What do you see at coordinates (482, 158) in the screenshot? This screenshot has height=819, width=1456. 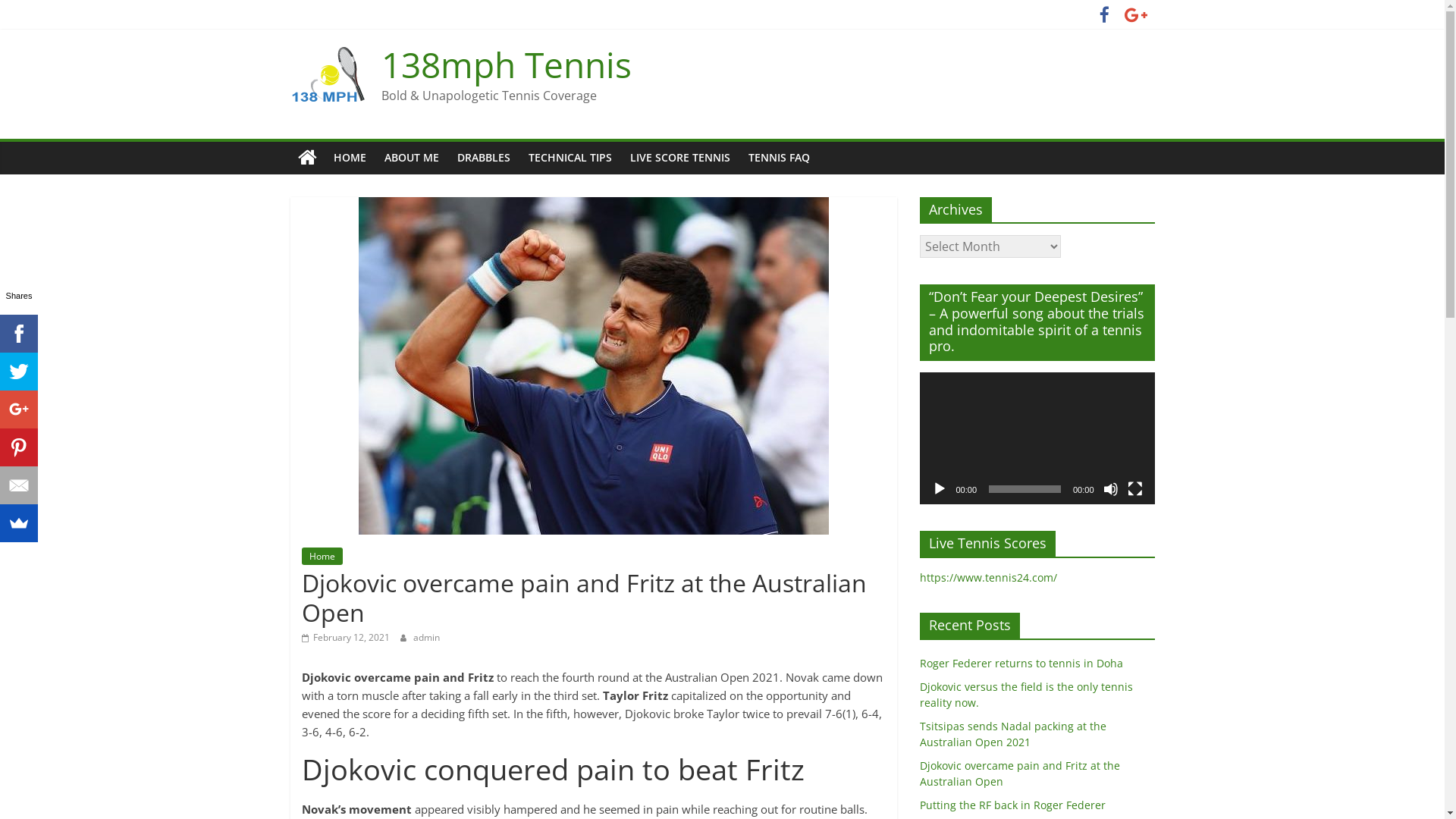 I see `'DRABBLES'` at bounding box center [482, 158].